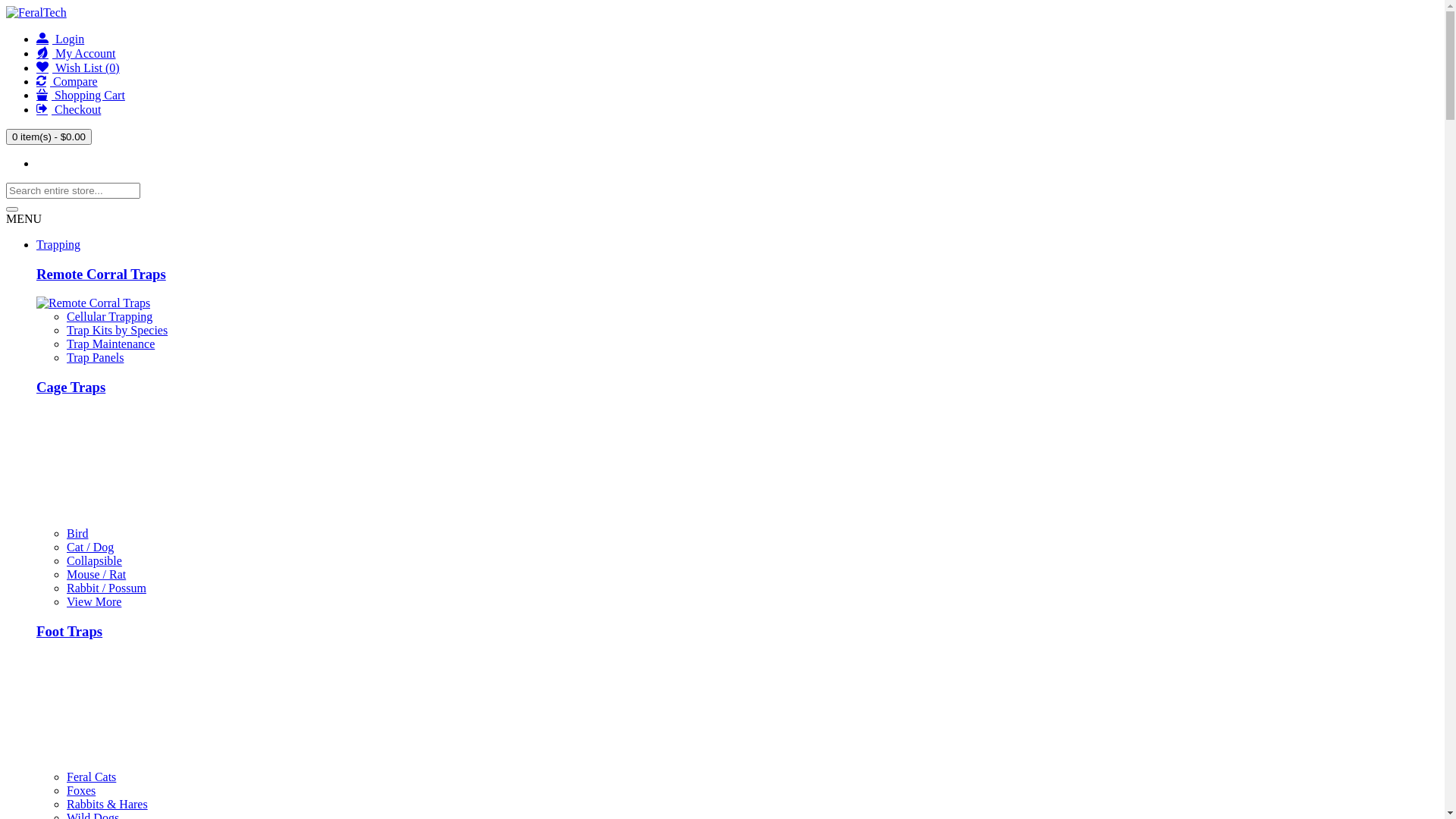  I want to click on 'Cellular Trapping', so click(65, 315).